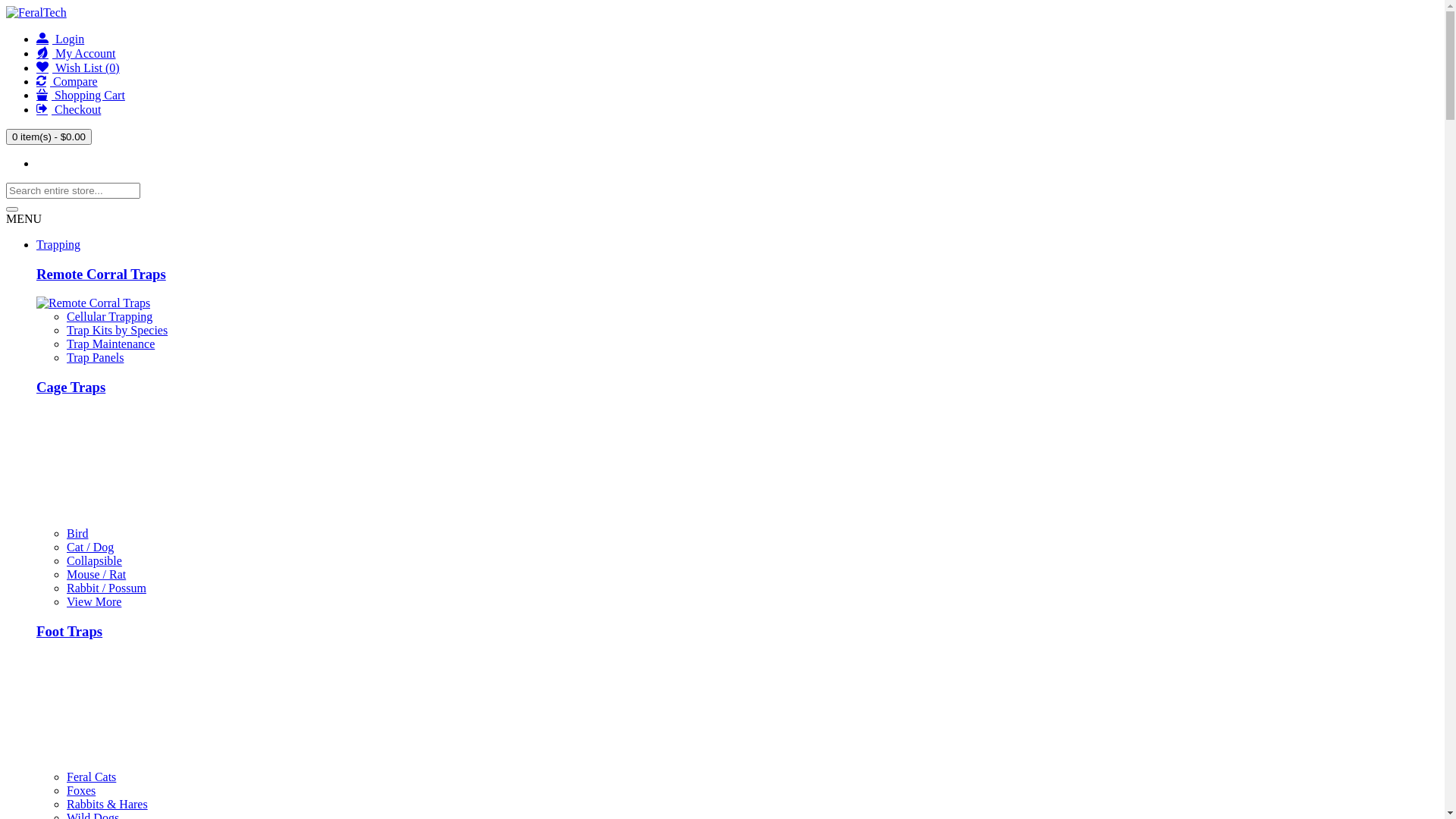  I want to click on 'Cellular Trapping', so click(65, 315).